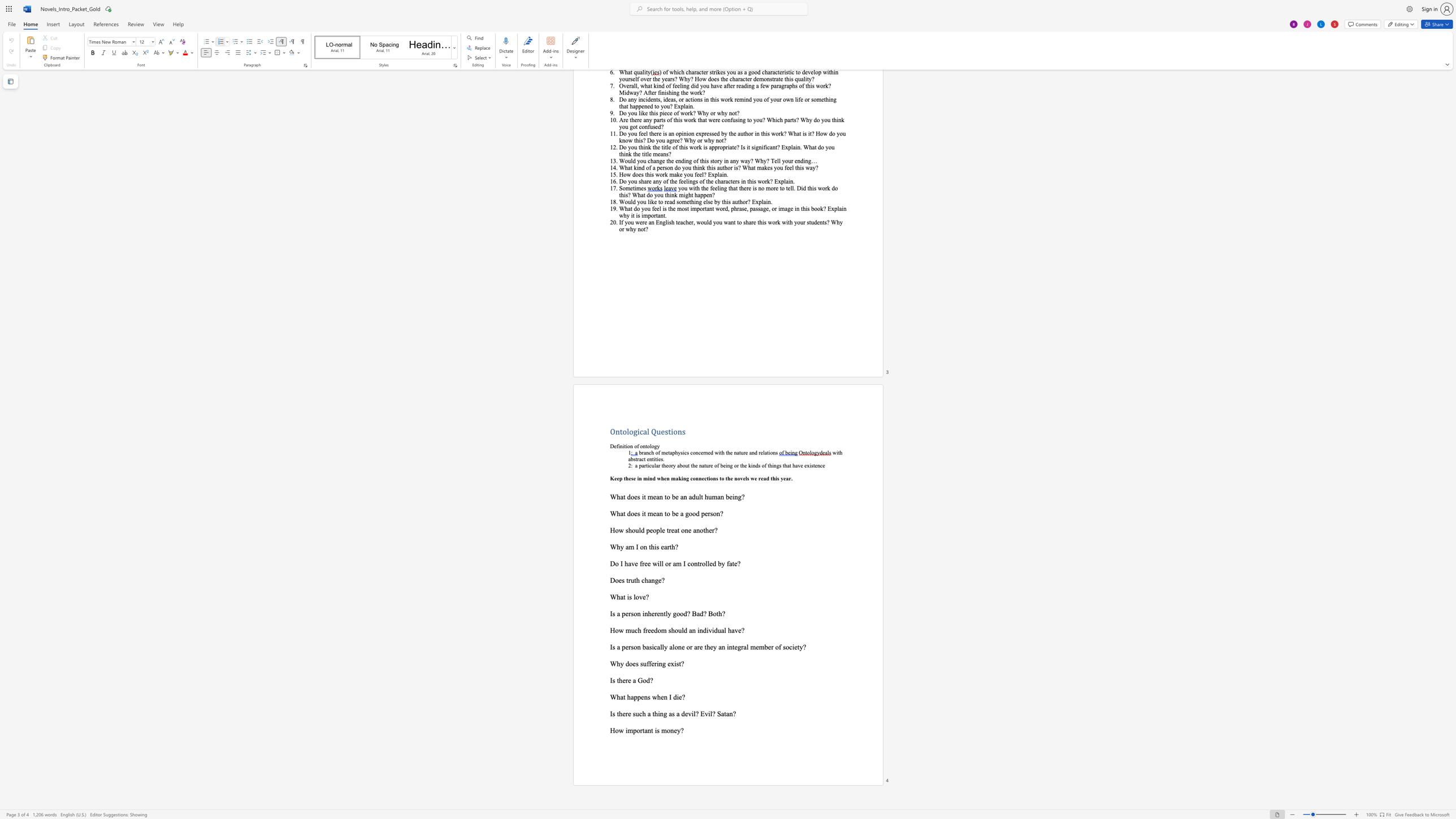 The height and width of the screenshot is (819, 1456). I want to click on the 2th character "o" in the text, so click(635, 445).